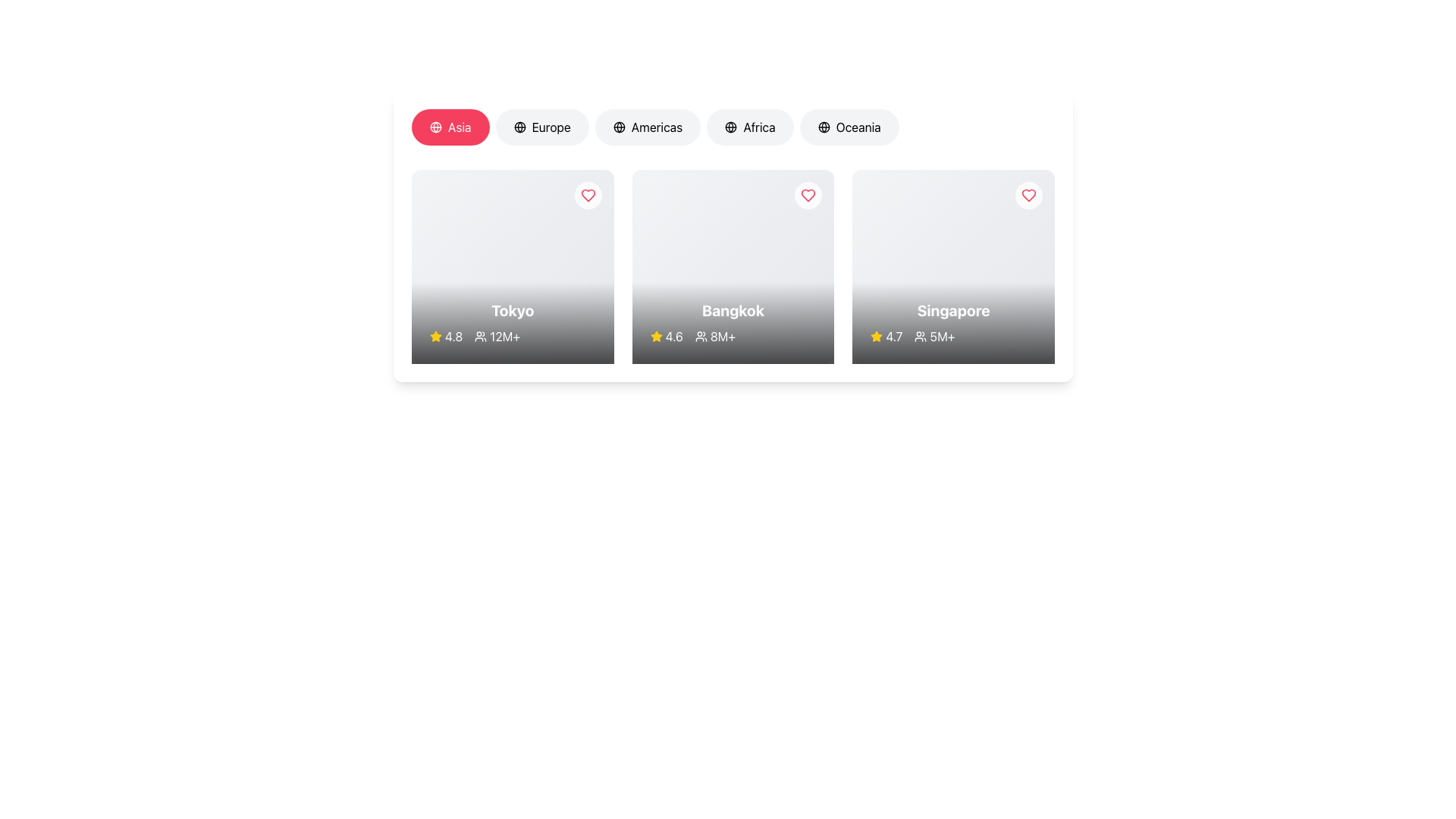 The width and height of the screenshot is (1456, 819). What do you see at coordinates (886, 335) in the screenshot?
I see `rating value '4.7' displayed near the yellow star icon in the third card (Singapore) of the horizontally oriented list of cards` at bounding box center [886, 335].